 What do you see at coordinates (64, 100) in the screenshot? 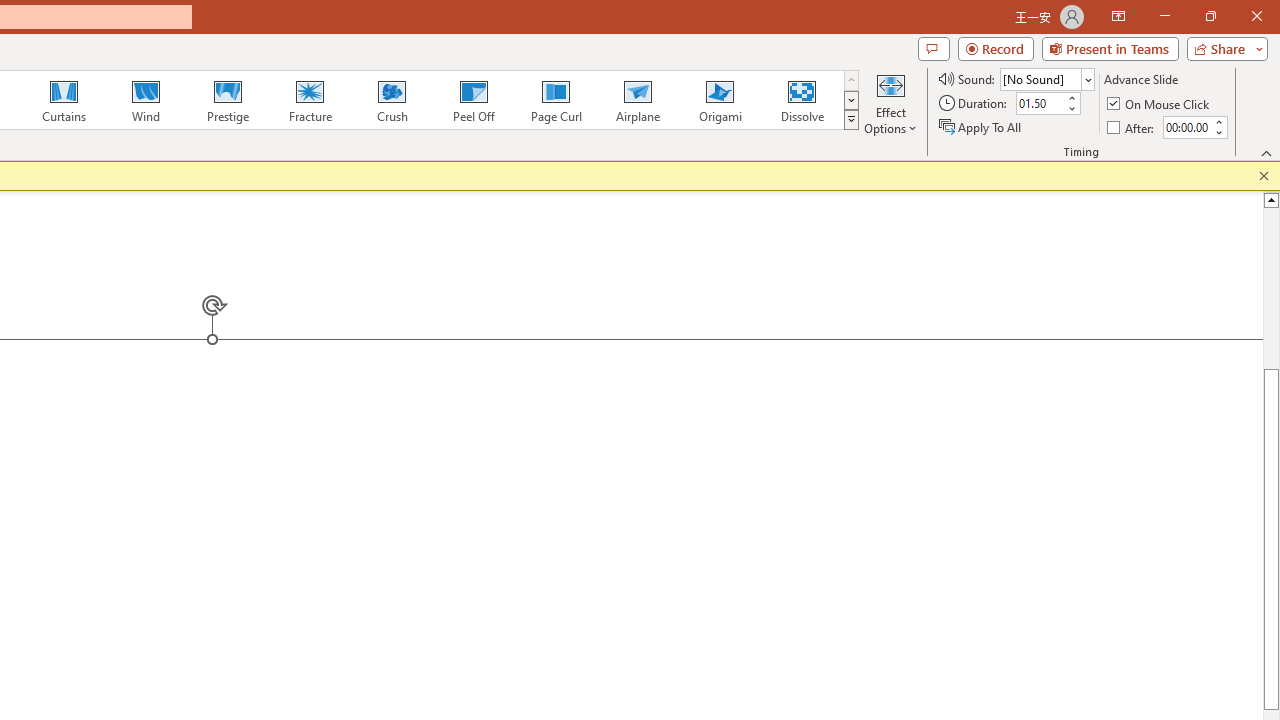
I see `'Curtains'` at bounding box center [64, 100].